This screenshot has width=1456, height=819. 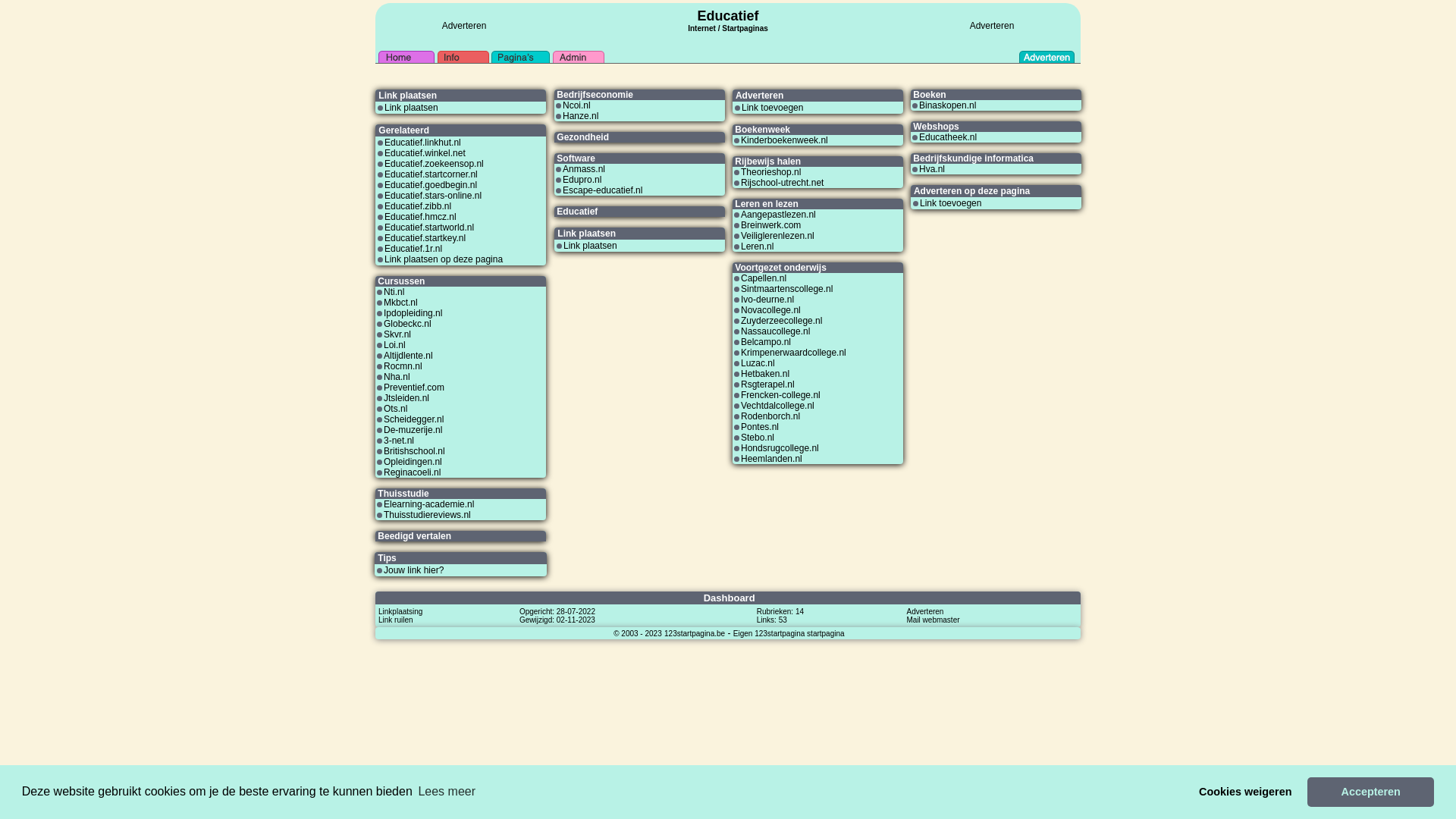 I want to click on 'Binaskopen.nl', so click(x=946, y=104).